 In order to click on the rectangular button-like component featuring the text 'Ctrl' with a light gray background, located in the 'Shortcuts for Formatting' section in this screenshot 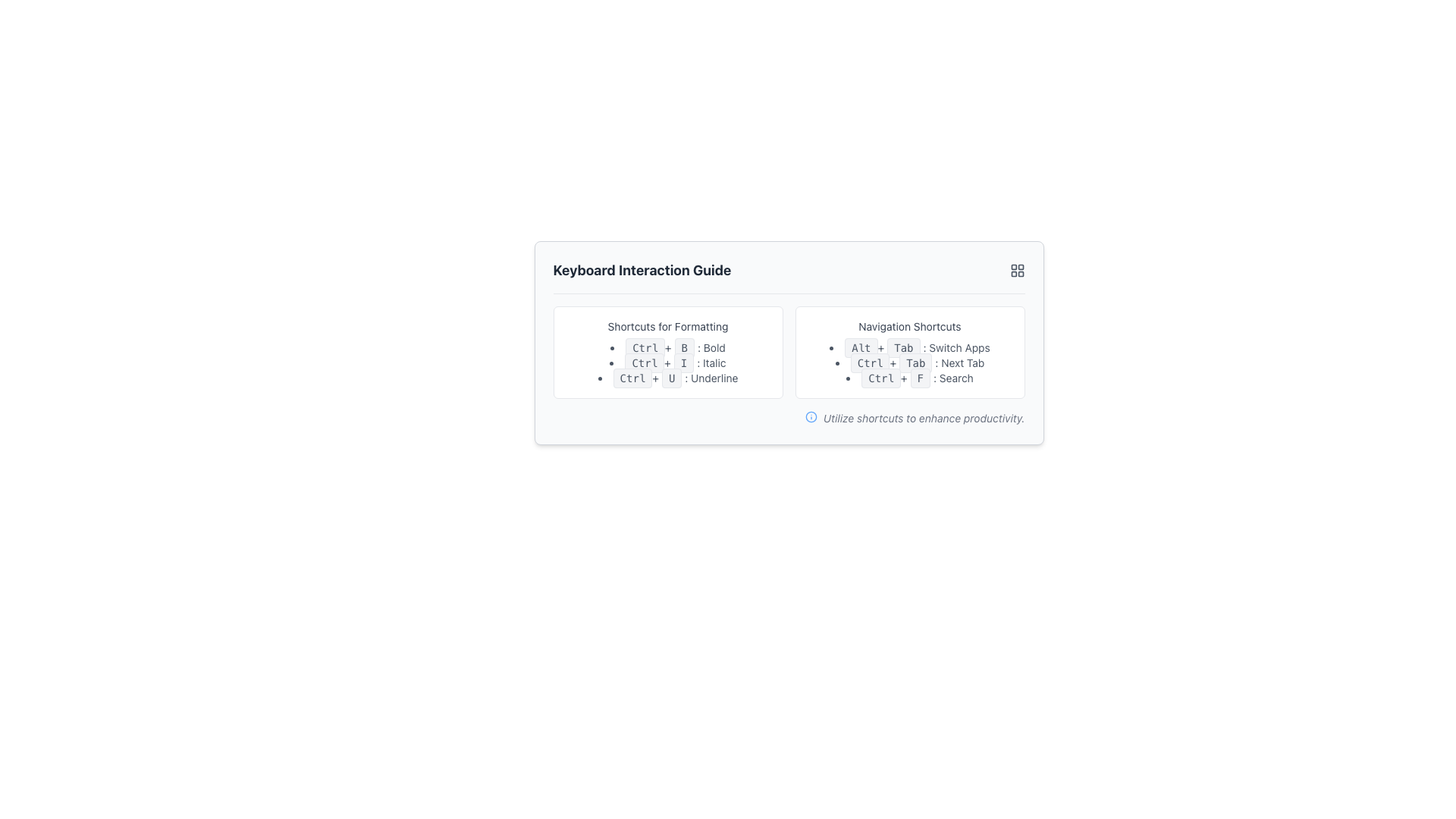, I will do `click(645, 362)`.